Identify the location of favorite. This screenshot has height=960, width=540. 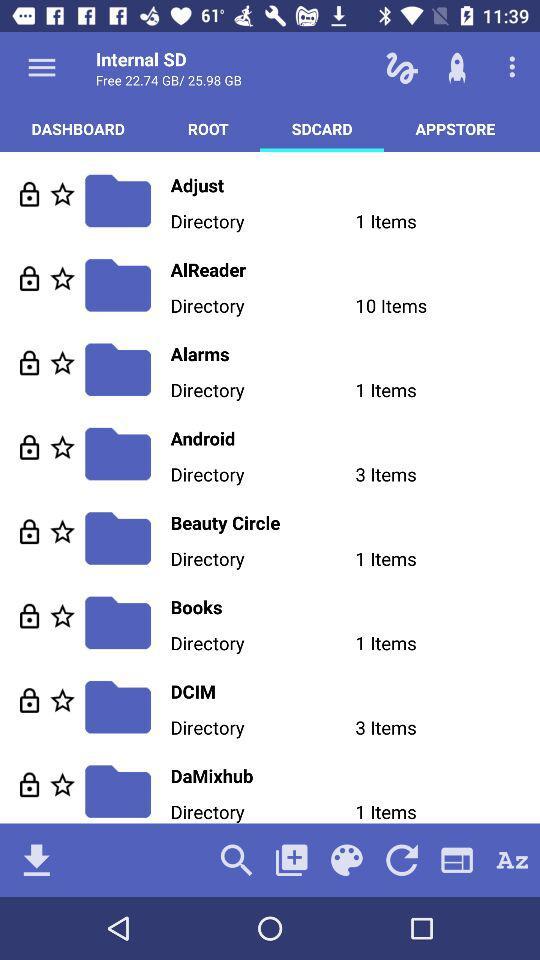
(62, 361).